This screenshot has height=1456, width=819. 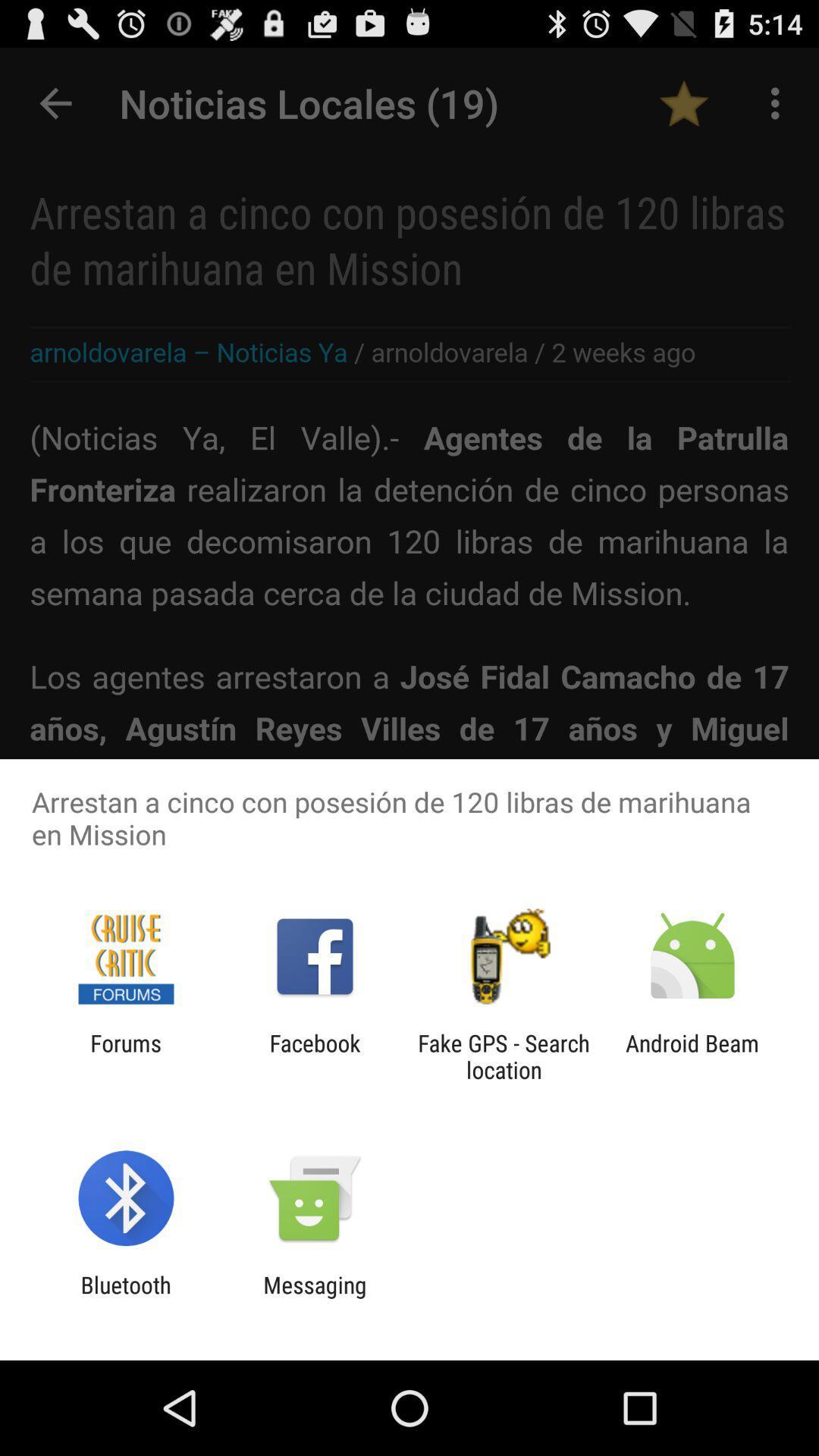 I want to click on the icon next to the forums, so click(x=314, y=1056).